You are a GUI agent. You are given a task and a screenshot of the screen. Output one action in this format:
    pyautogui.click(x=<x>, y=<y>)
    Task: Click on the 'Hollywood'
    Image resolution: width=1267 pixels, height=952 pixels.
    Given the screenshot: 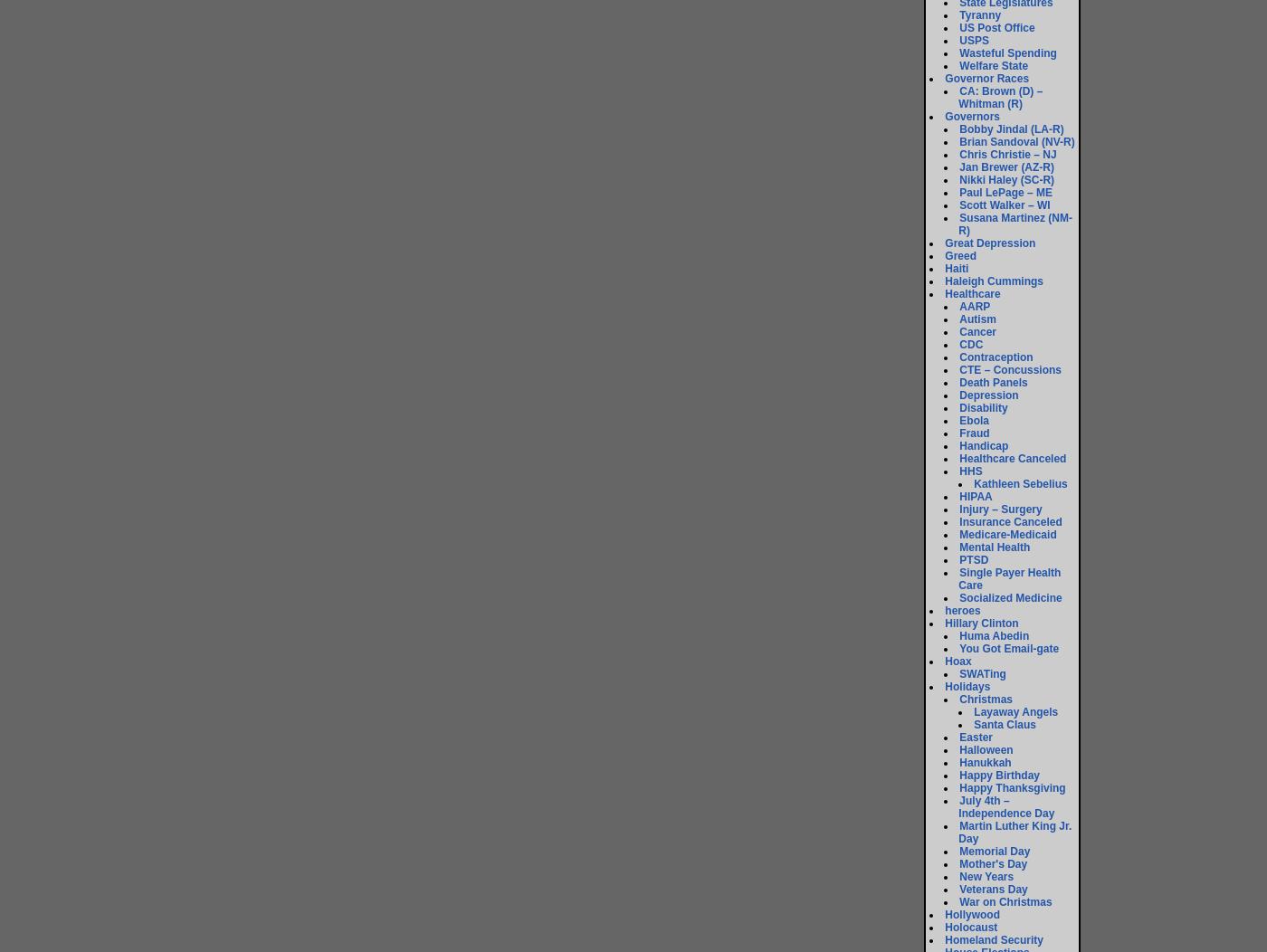 What is the action you would take?
    pyautogui.click(x=944, y=913)
    